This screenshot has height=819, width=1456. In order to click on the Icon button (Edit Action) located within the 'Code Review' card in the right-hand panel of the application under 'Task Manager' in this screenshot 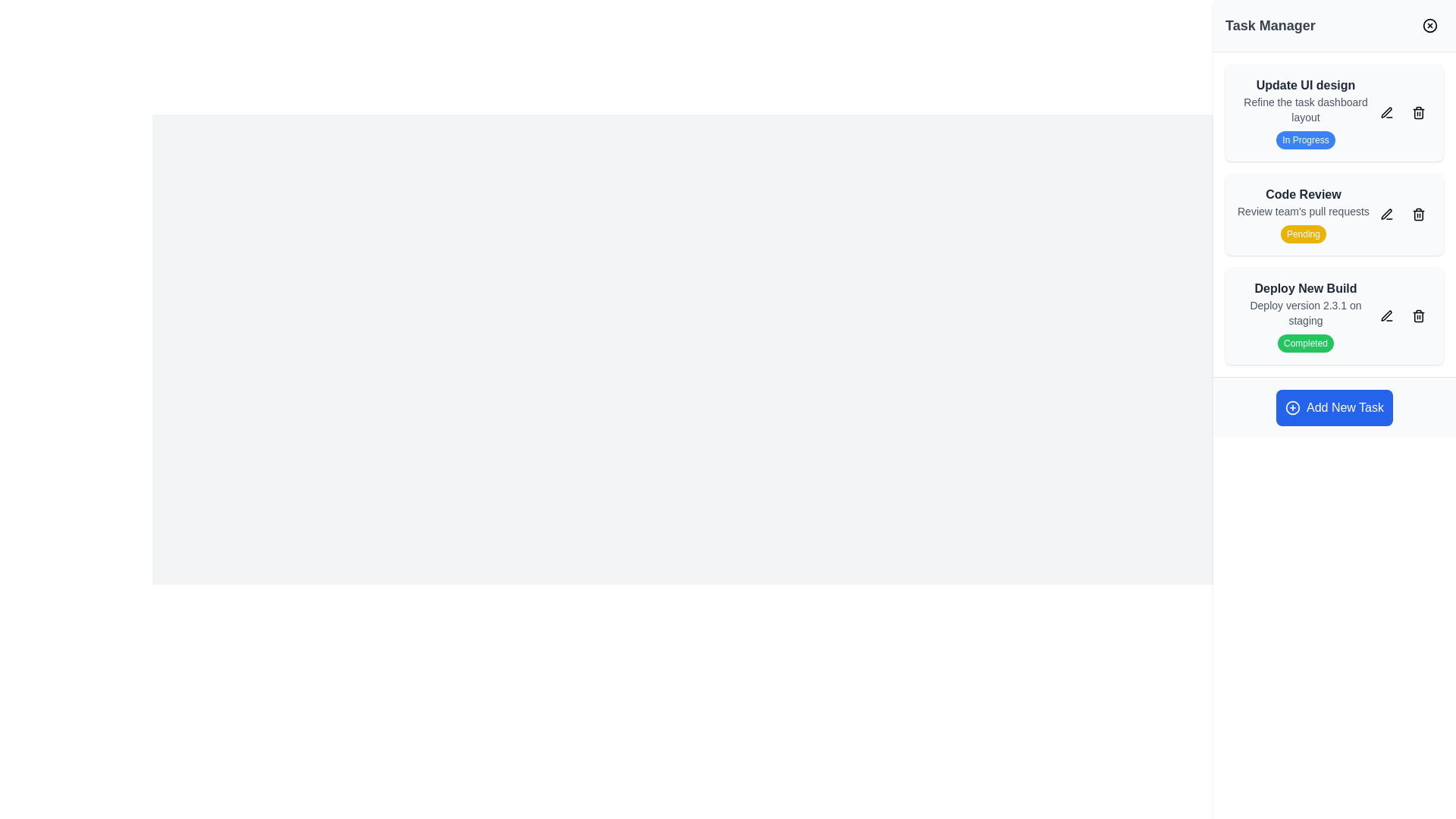, I will do `click(1386, 214)`.